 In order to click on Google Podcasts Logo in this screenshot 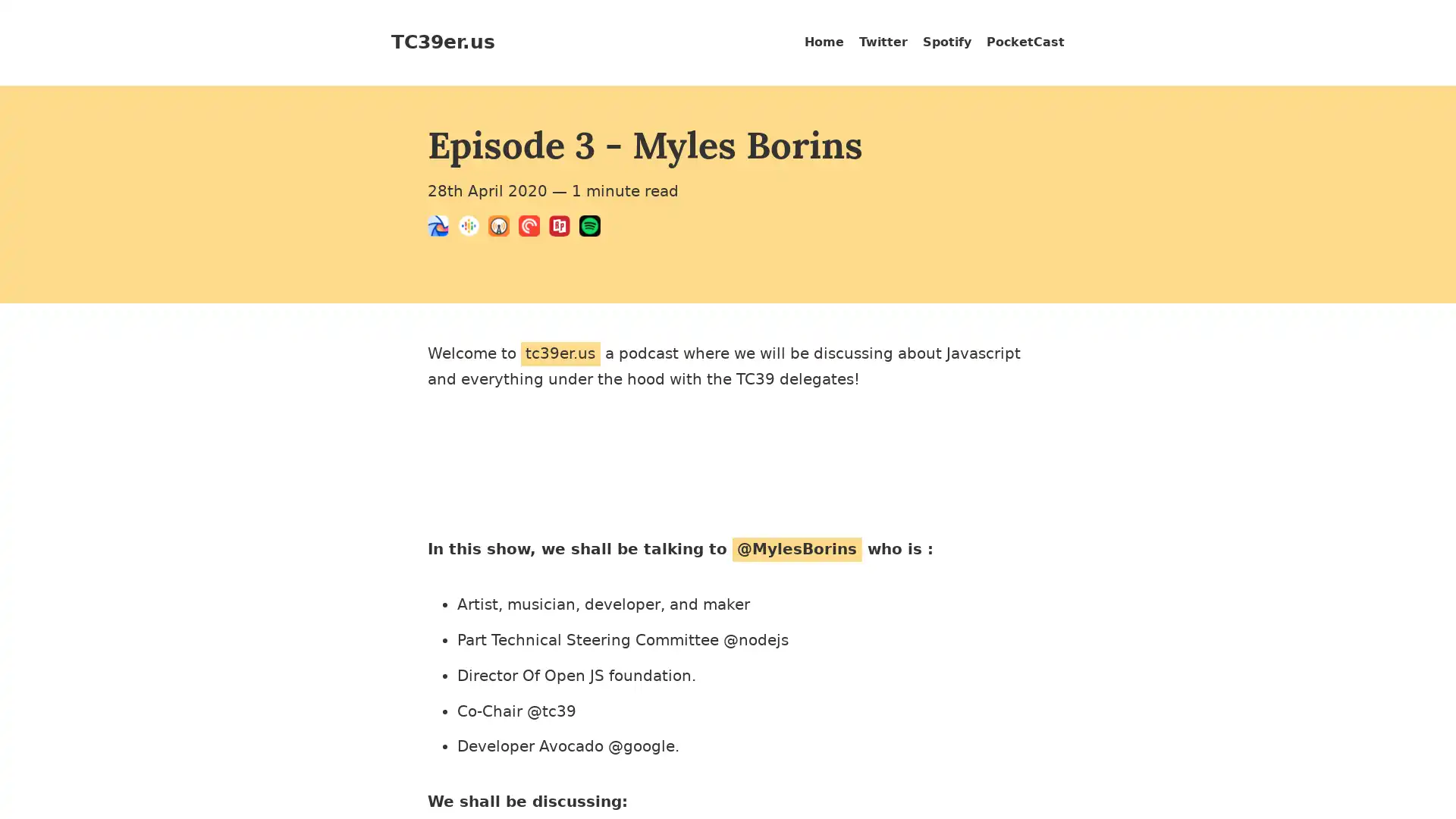, I will do `click(472, 228)`.